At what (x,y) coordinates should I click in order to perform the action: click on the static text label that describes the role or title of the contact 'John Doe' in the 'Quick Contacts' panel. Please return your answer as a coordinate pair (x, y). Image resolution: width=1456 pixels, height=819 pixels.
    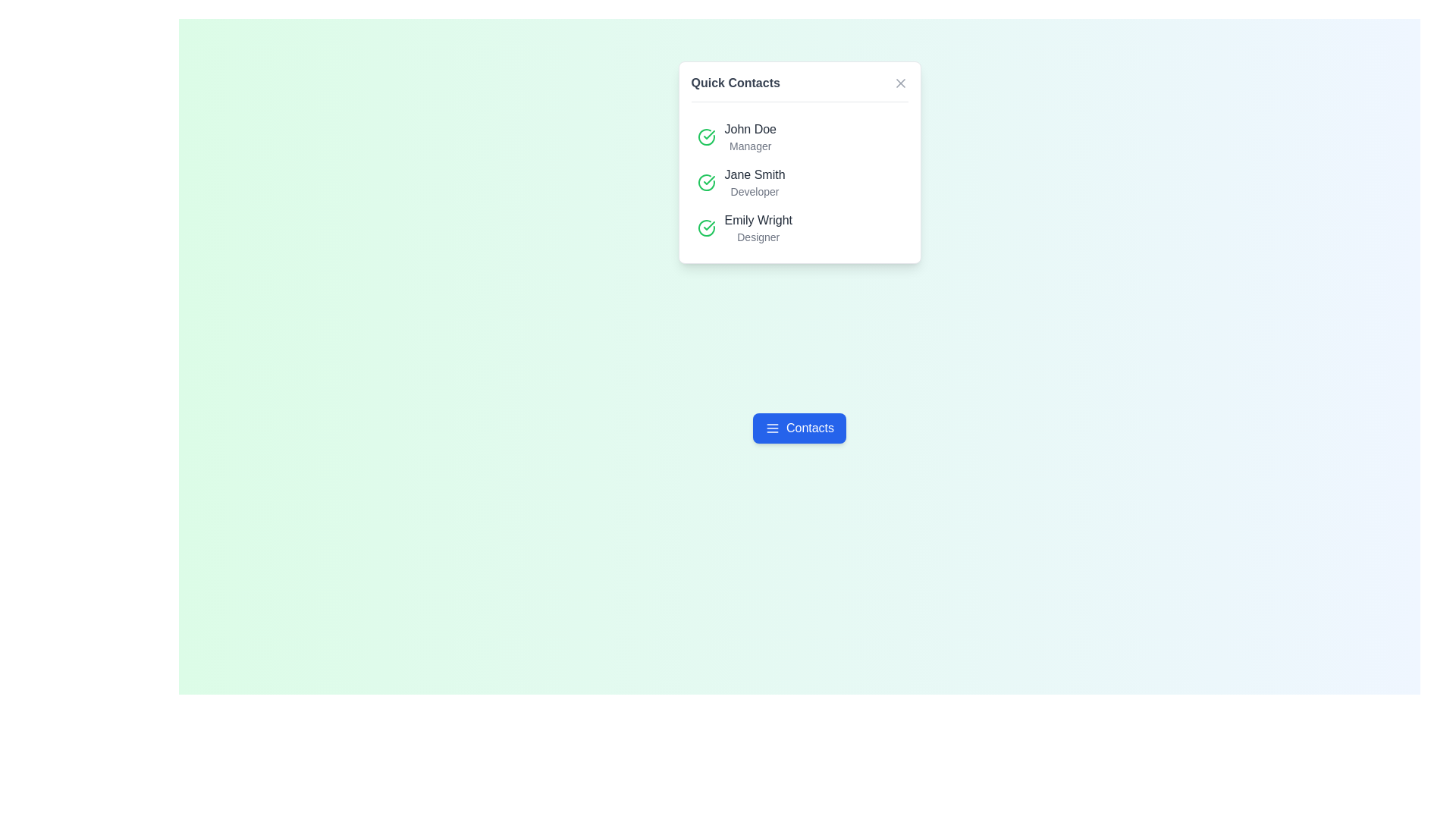
    Looking at the image, I should click on (750, 146).